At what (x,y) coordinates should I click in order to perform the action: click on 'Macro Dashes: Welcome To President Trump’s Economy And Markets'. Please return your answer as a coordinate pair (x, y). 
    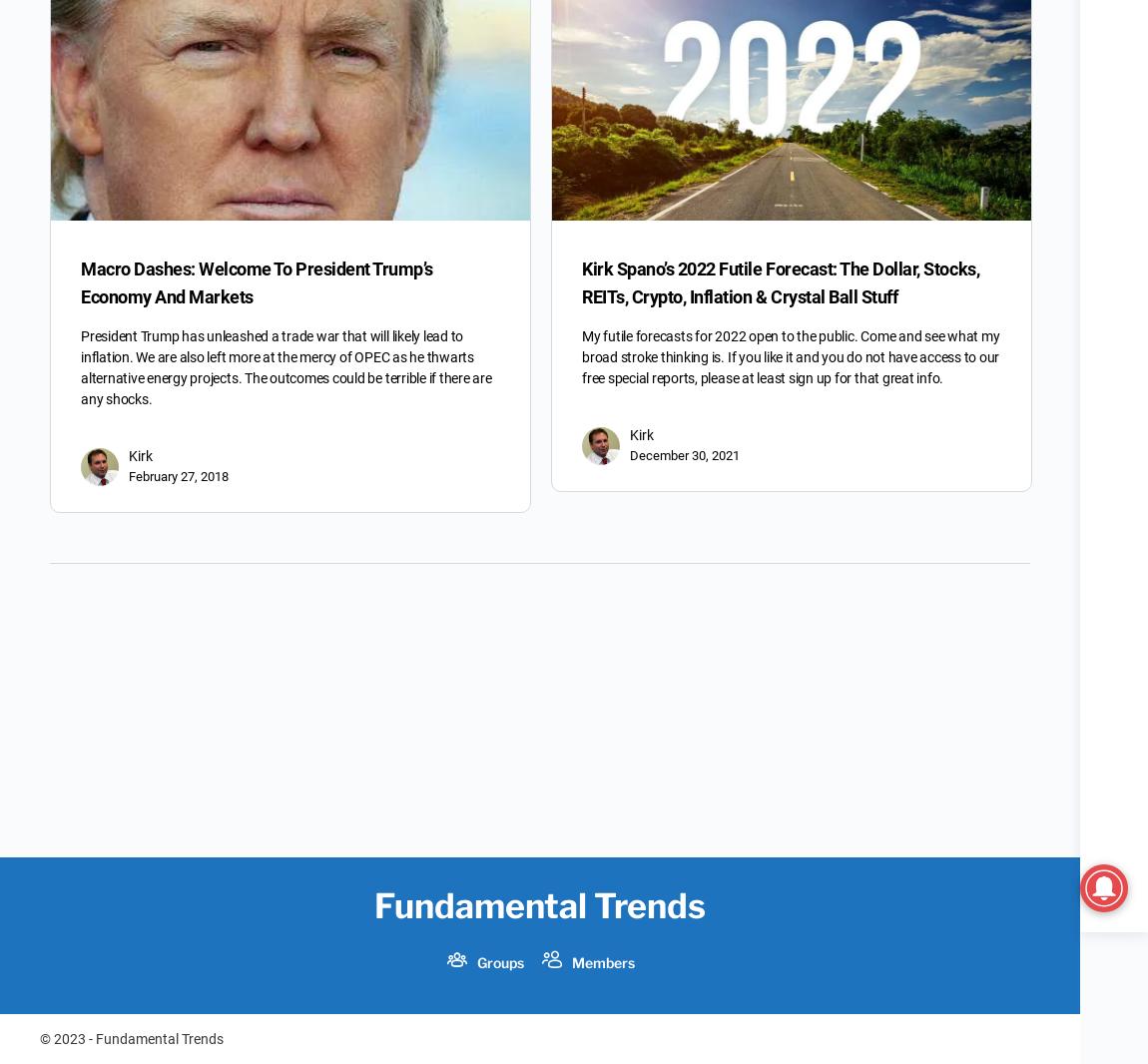
    Looking at the image, I should click on (256, 282).